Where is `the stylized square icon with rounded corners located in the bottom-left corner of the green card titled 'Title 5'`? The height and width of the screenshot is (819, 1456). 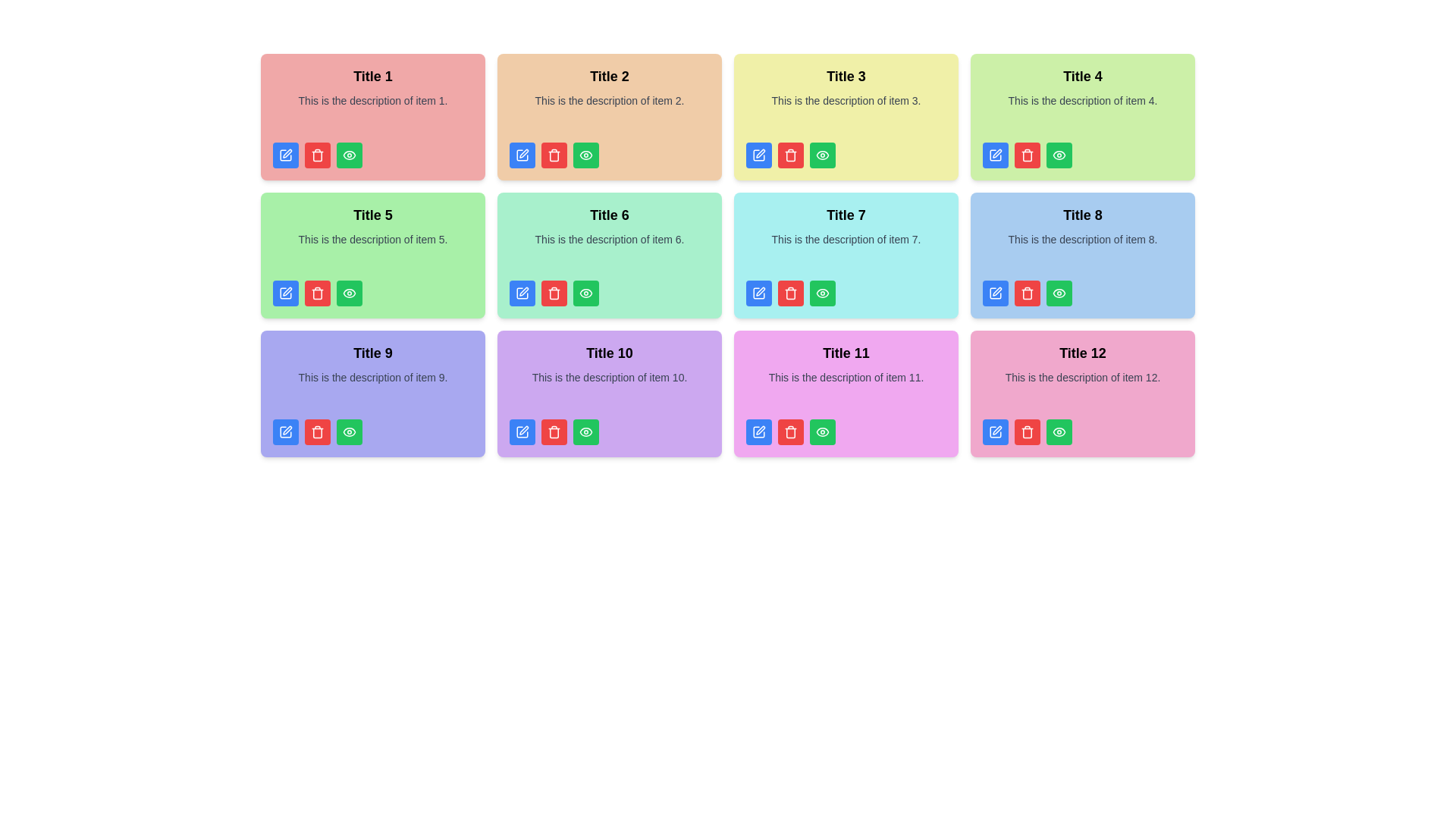 the stylized square icon with rounded corners located in the bottom-left corner of the green card titled 'Title 5' is located at coordinates (522, 293).